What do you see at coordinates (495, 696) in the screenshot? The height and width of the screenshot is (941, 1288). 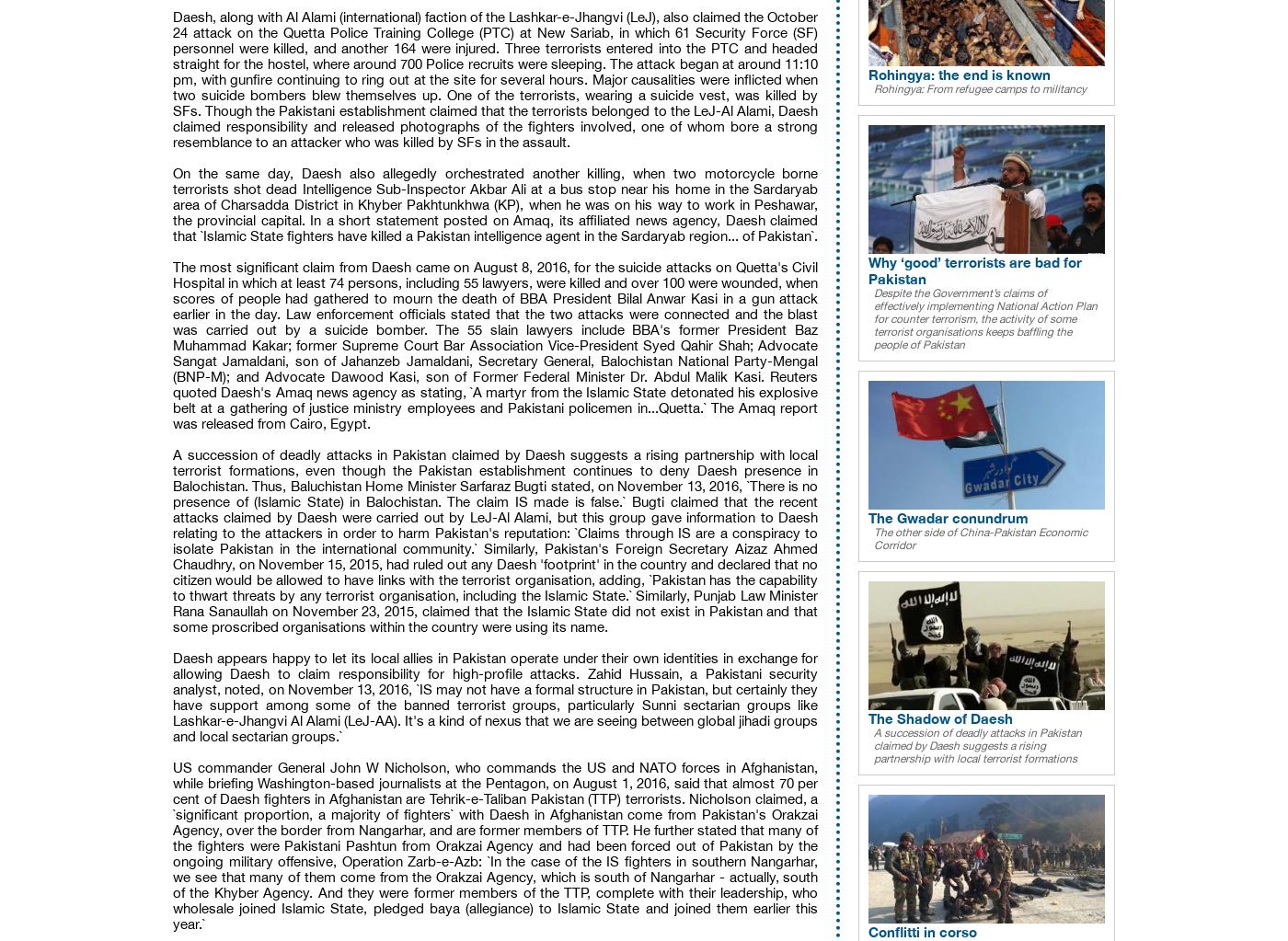 I see `'Daesh appears happy to let its local allies in Pakistan operate under their own identities in exchange for allowing Daesh to claim responsibility for high-profile attacks. Zahid Hussain, a Pakistani security analyst, noted, on November 13, 2016, `IS may not have a formal structure in Pakistan, but certainly they have support among some of the banned terrorist groups, particularly Sunni sectarian groups like Lashkar-e-Jhangvi Al Alami (LeJ-AA). It's a kind of nexus that we are seeing between global jihadi groups and local sectarian groups.`'` at bounding box center [495, 696].